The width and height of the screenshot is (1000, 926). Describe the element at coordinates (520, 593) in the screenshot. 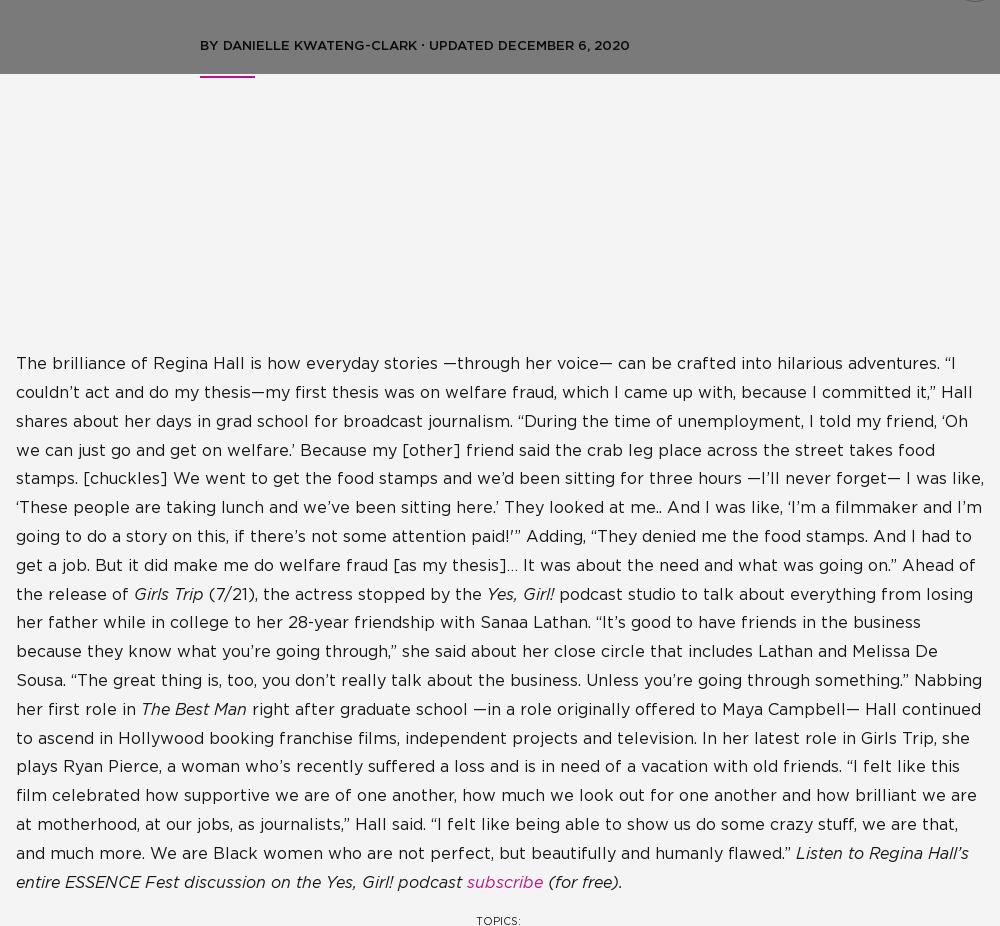

I see `'Yes, Girl!'` at that location.